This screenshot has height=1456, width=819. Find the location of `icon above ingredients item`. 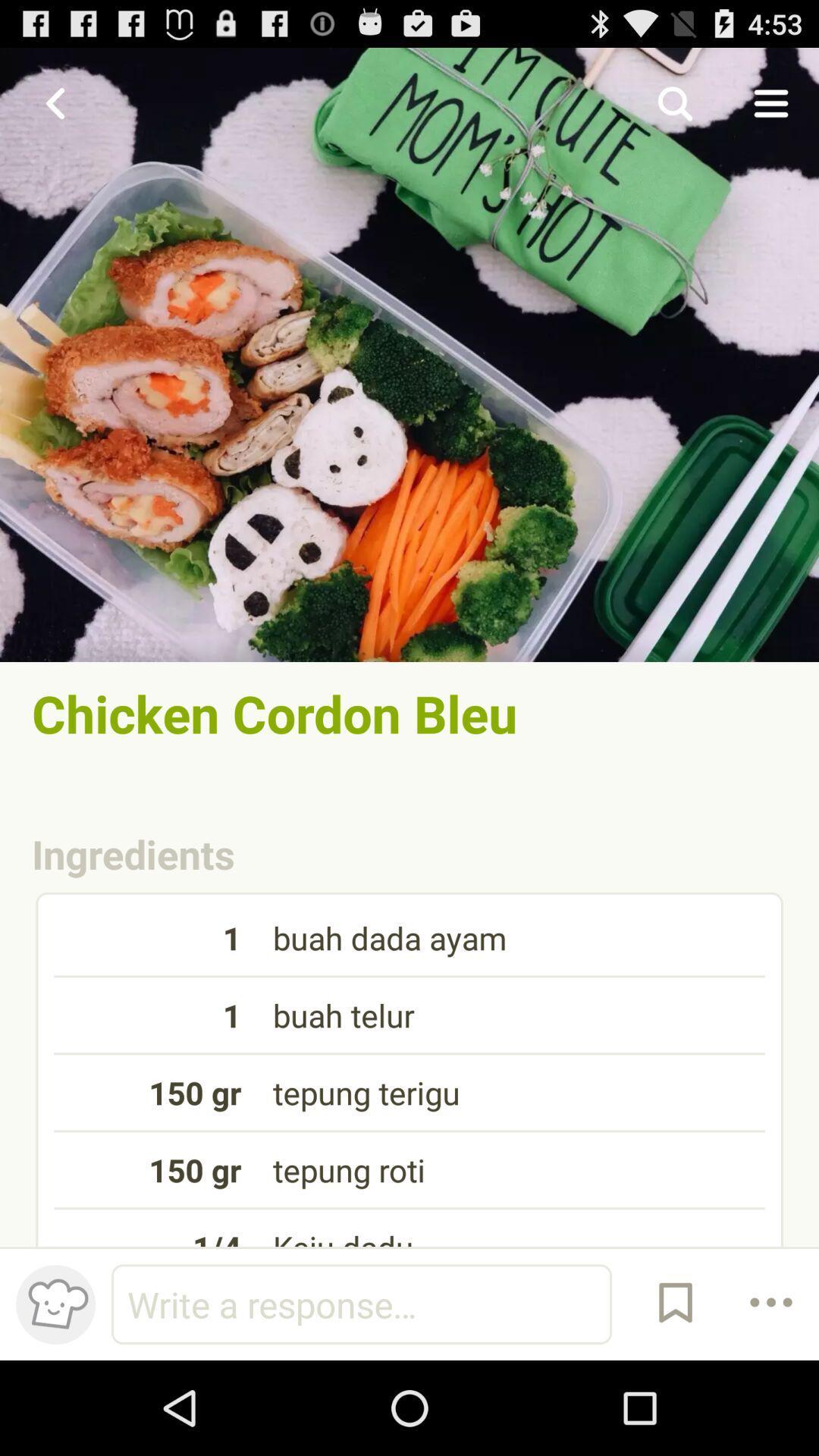

icon above ingredients item is located at coordinates (409, 712).